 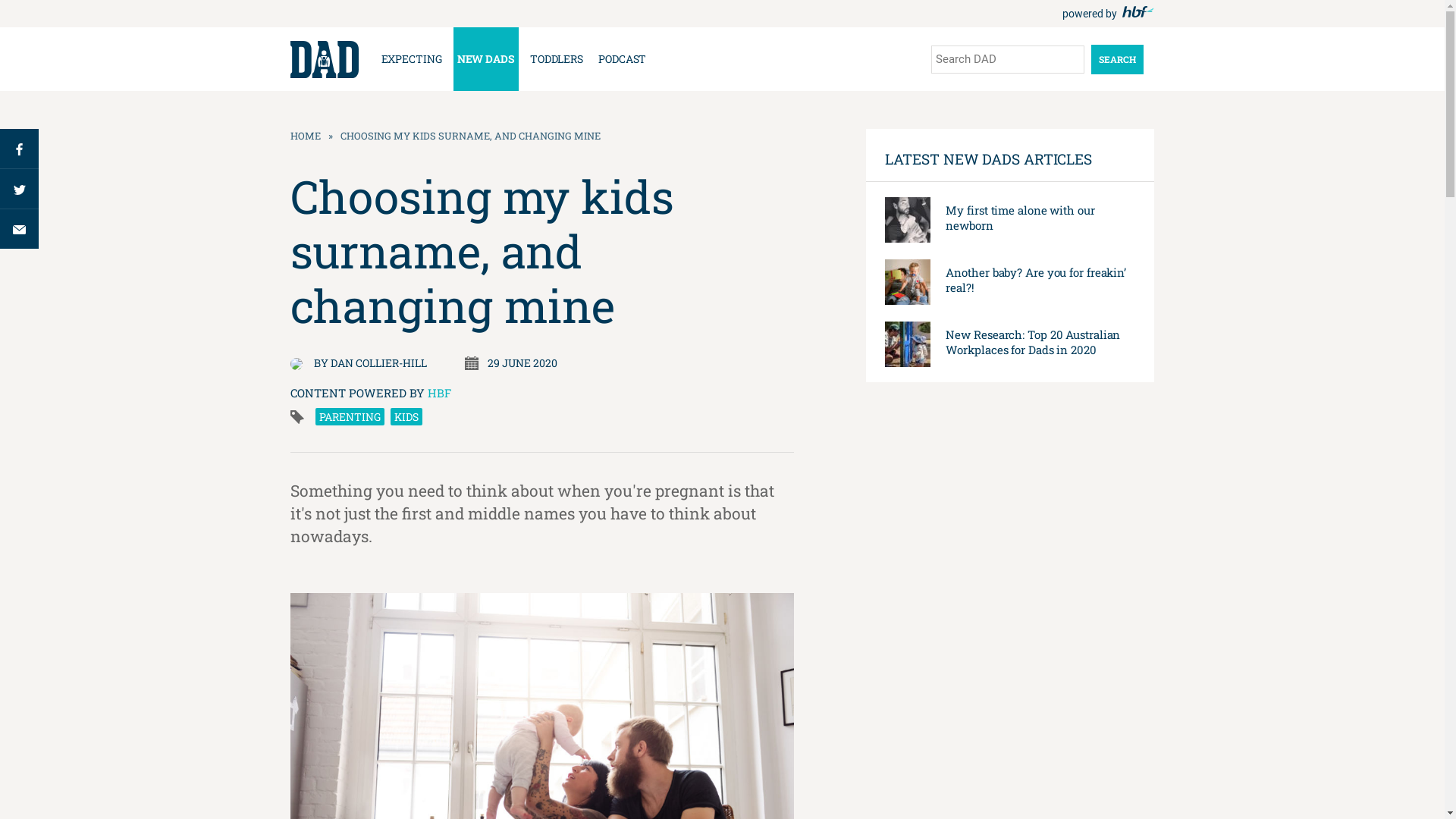 I want to click on 'SEARCH', so click(x=1090, y=58).